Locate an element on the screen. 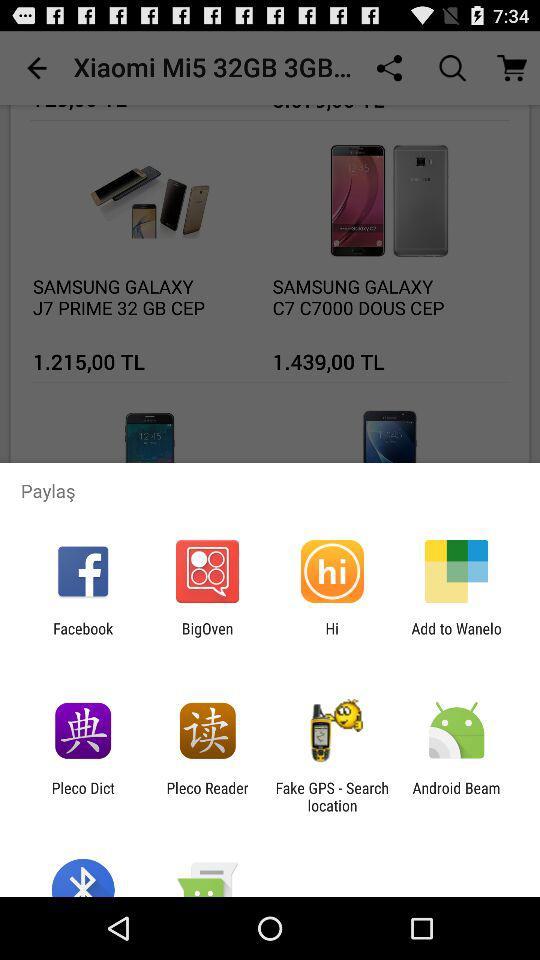  the pleco reader icon is located at coordinates (206, 796).